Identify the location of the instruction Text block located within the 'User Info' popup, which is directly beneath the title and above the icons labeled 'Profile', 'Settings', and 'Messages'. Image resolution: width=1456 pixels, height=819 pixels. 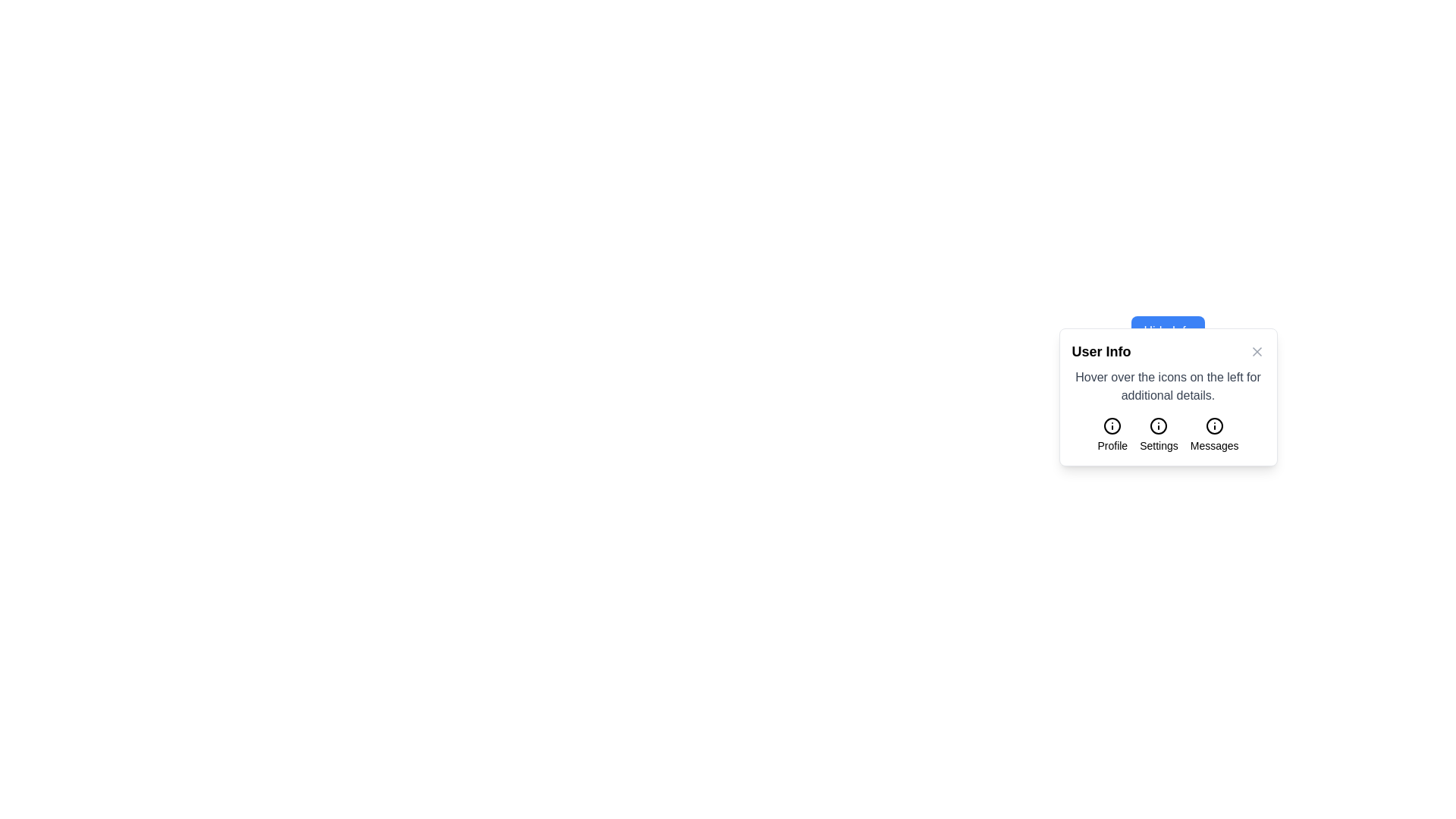
(1167, 385).